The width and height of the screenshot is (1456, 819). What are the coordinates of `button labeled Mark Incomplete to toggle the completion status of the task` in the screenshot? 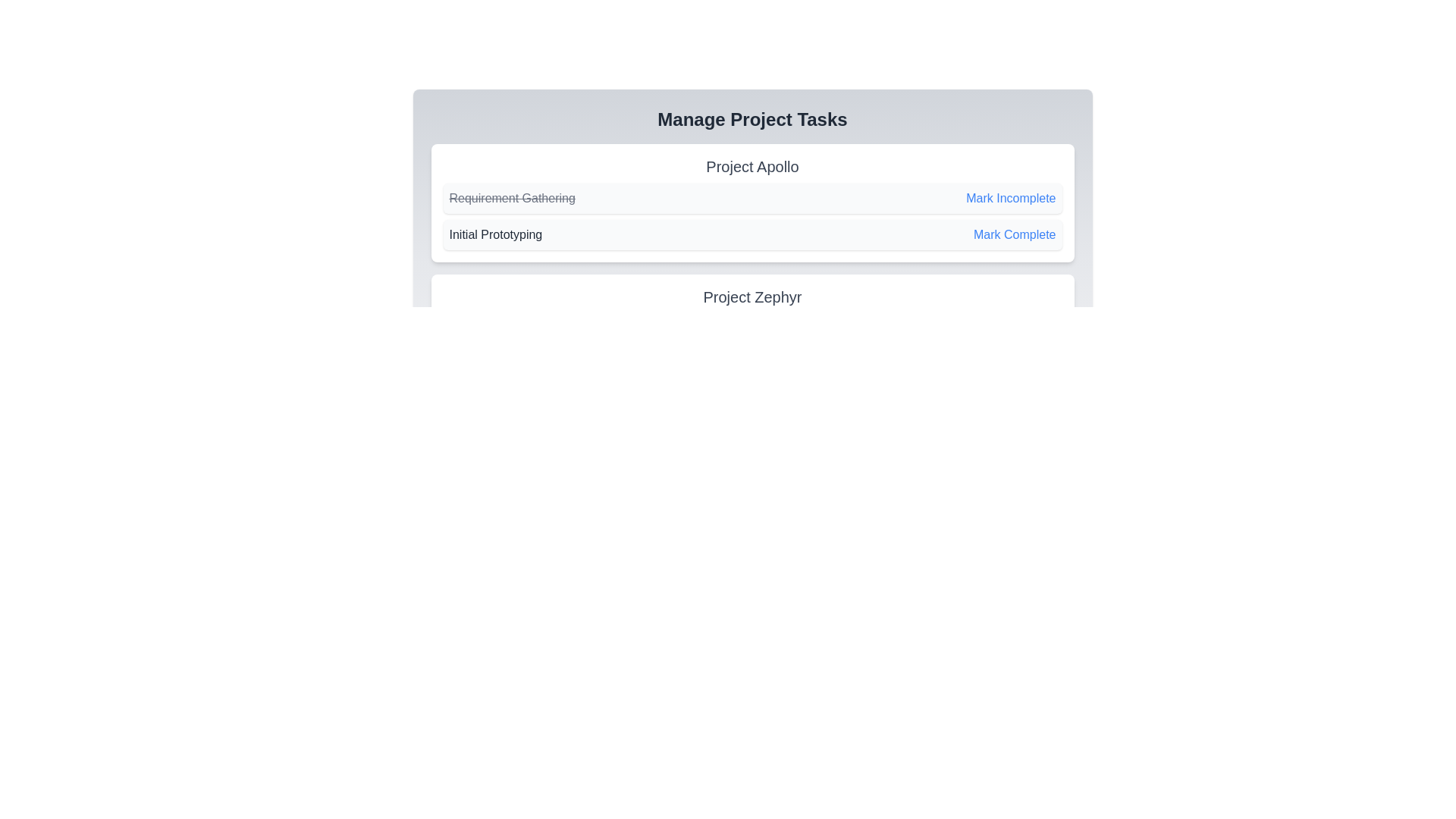 It's located at (1011, 198).